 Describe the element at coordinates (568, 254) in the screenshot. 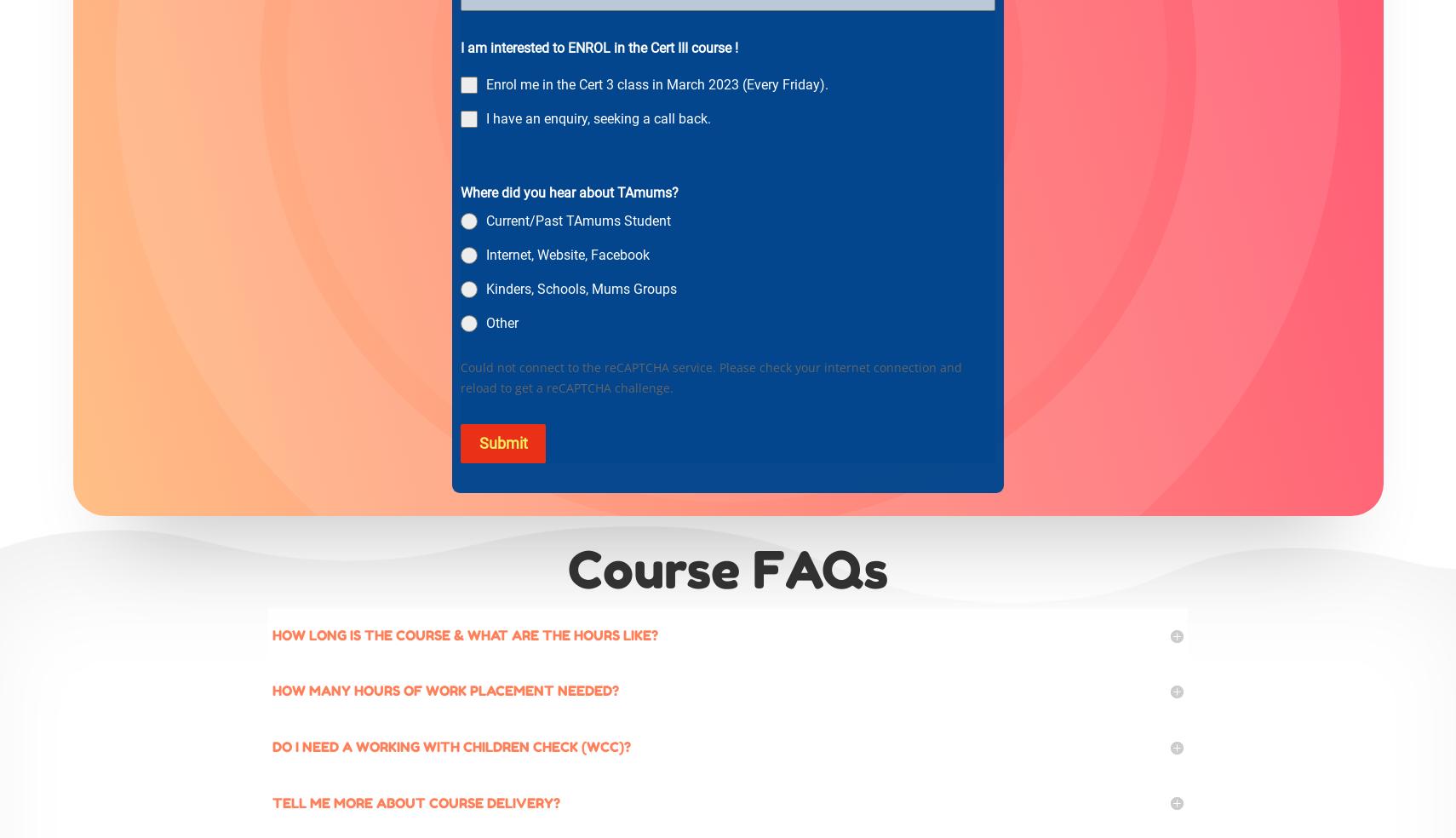

I see `'Internet, Website, Facebook'` at that location.